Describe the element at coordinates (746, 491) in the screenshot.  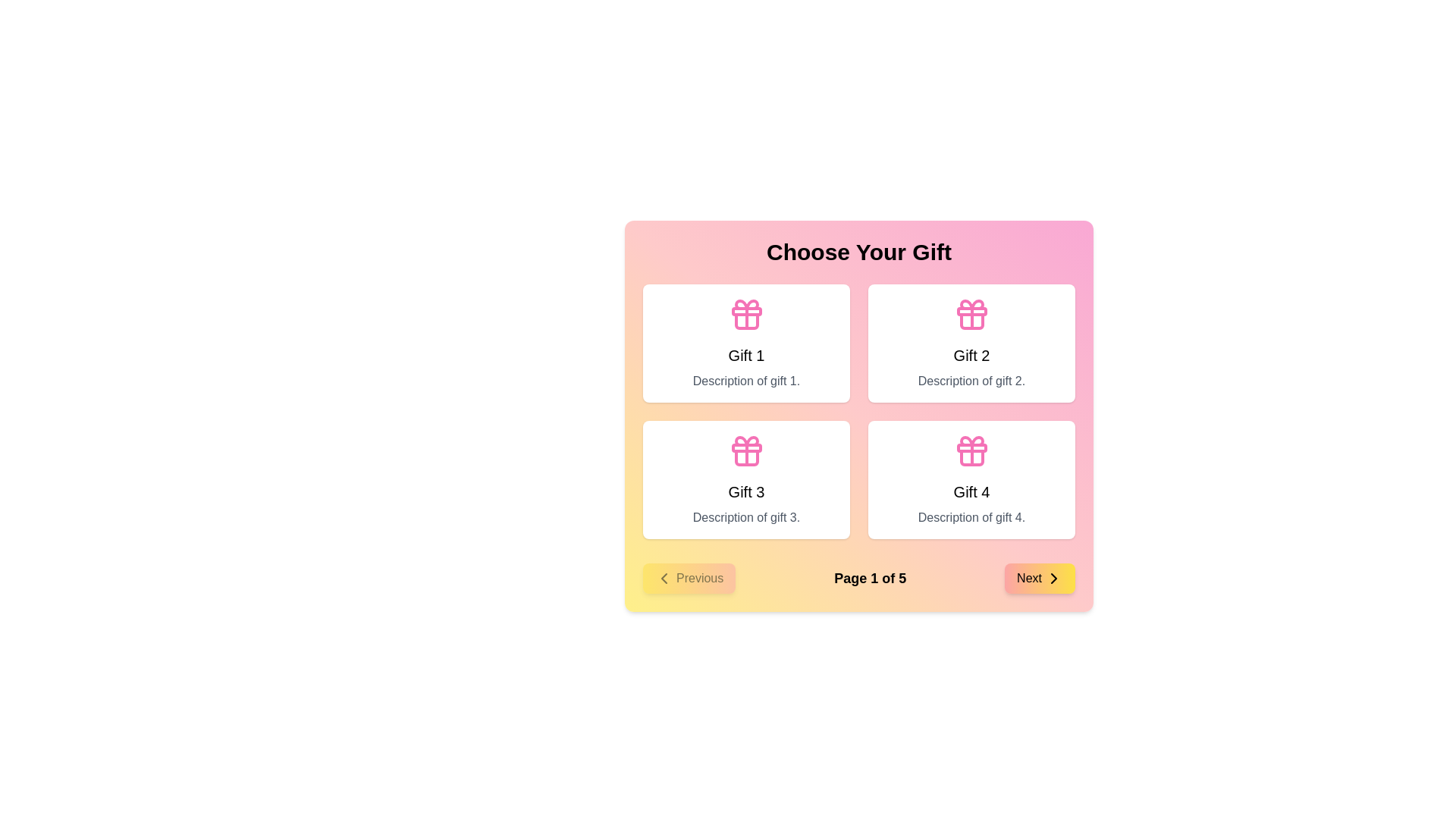
I see `the text label element displaying 'Gift 3', which is positioned in the grid layout of selectable gift options, specifically the title text of the third gift card` at that location.